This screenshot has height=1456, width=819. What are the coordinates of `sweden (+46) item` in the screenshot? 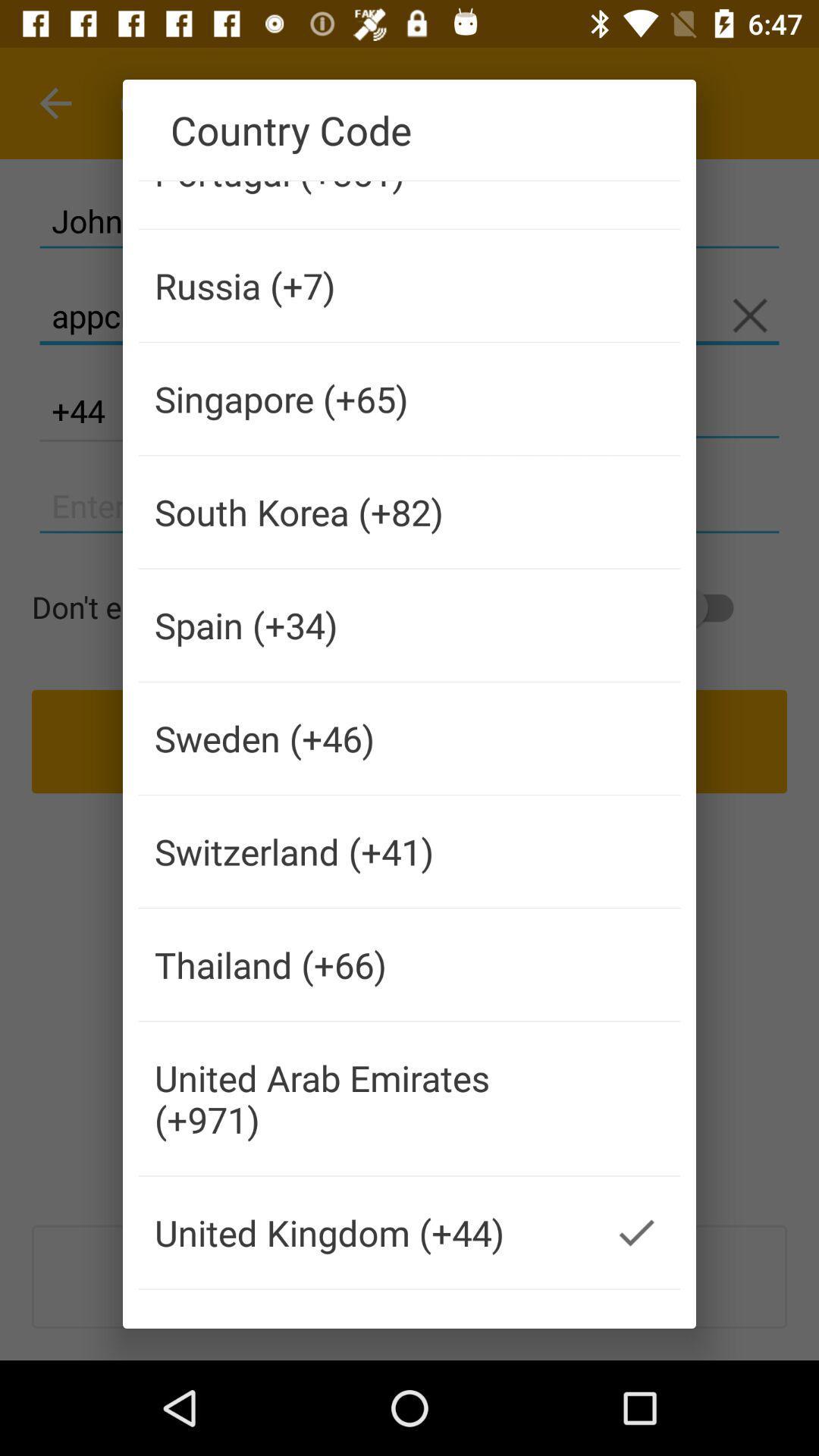 It's located at (366, 738).